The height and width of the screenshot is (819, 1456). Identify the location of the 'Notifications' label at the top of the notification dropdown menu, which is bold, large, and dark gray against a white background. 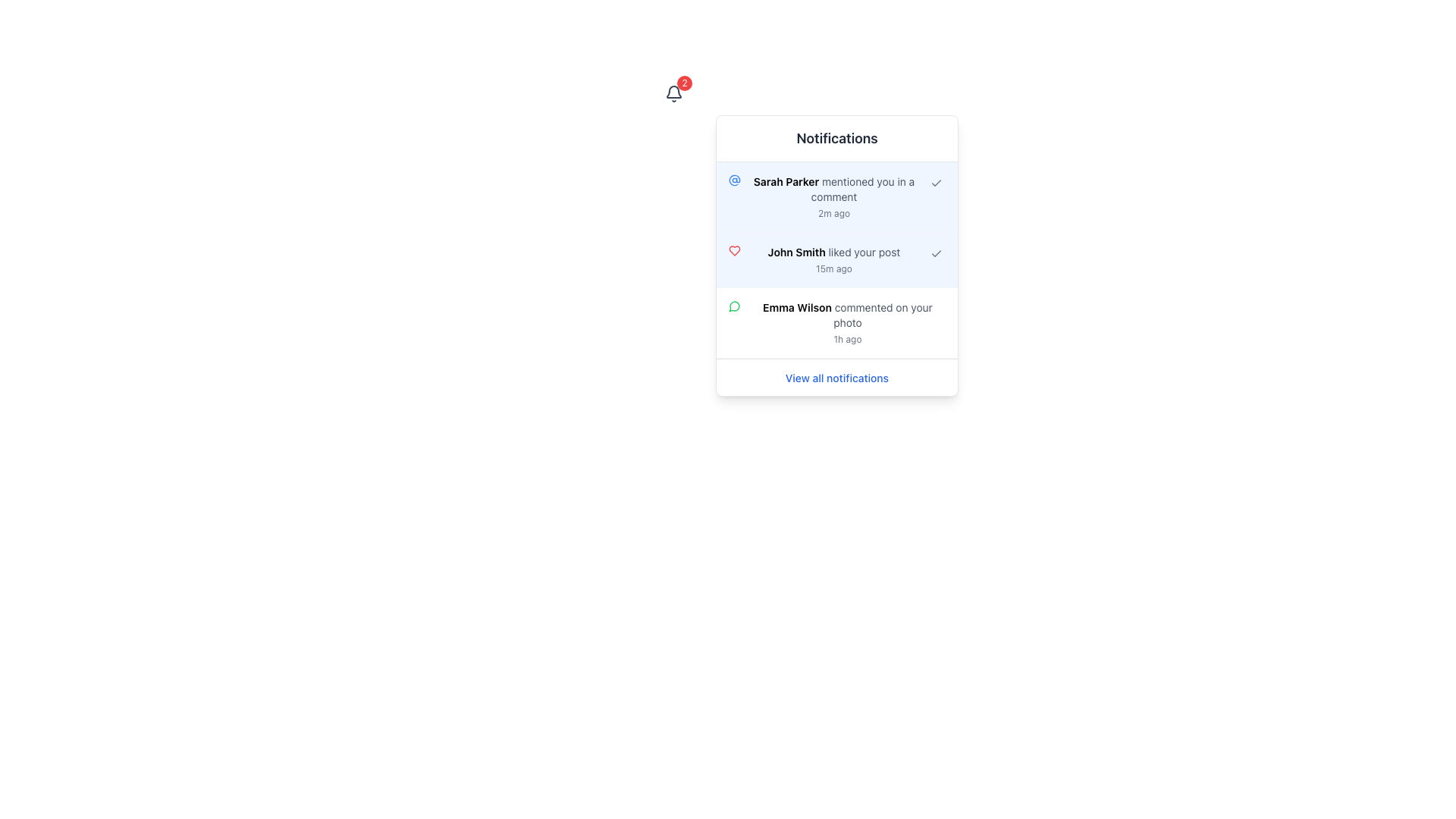
(836, 138).